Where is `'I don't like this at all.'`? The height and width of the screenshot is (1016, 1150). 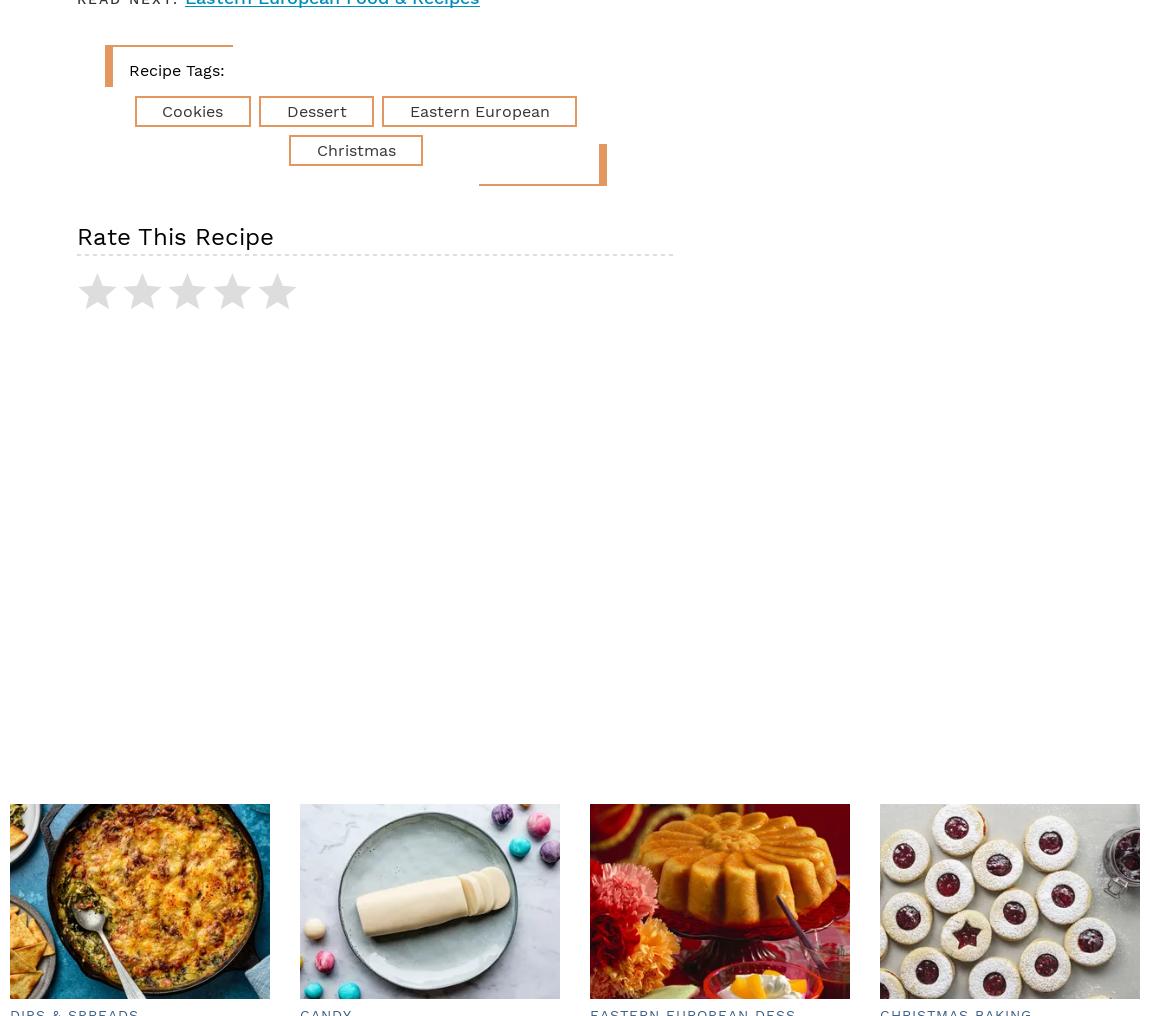 'I don't like this at all.' is located at coordinates (395, 304).